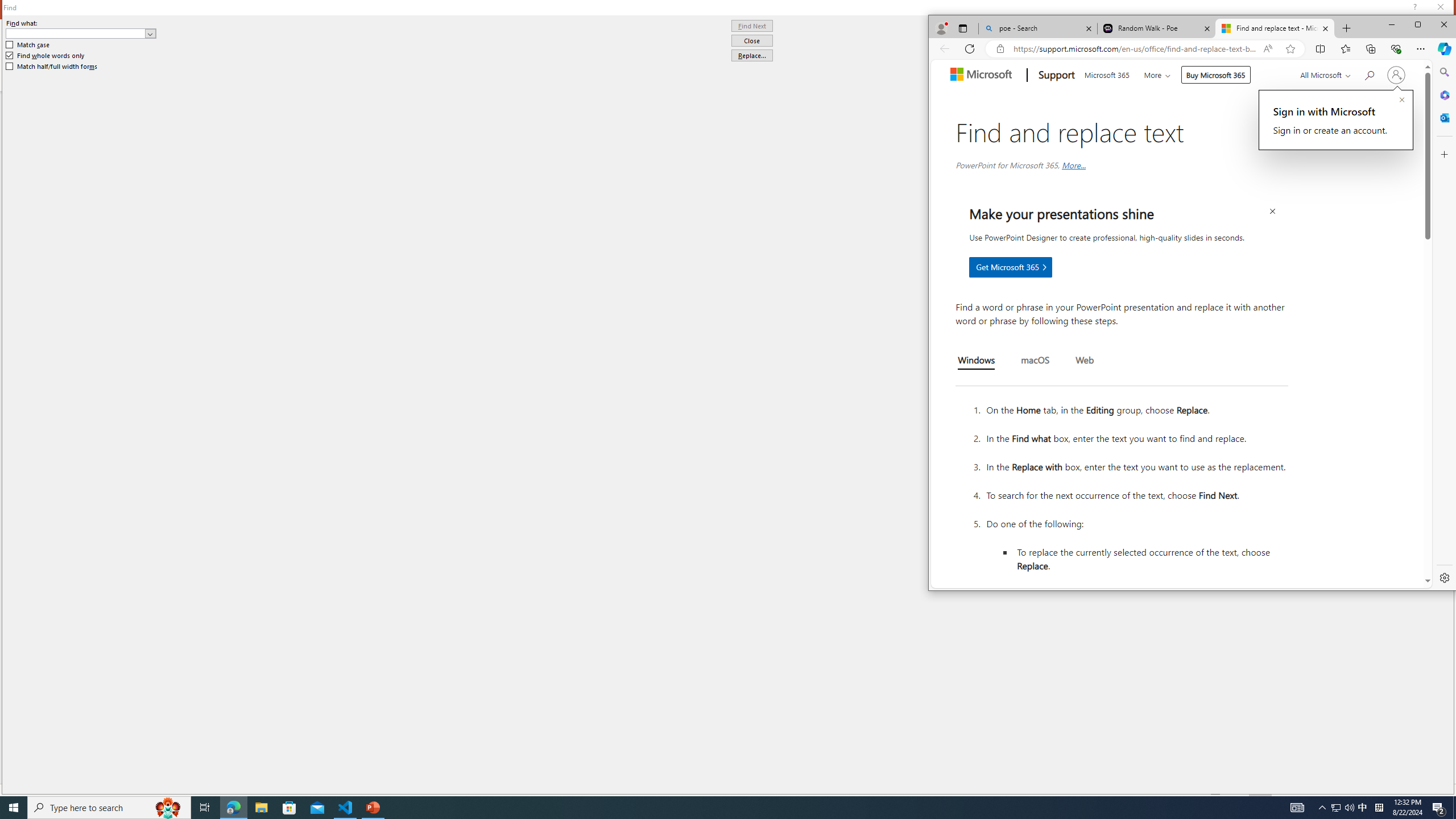 Image resolution: width=1456 pixels, height=819 pixels. What do you see at coordinates (1106, 73) in the screenshot?
I see `'Microsoft 365'` at bounding box center [1106, 73].